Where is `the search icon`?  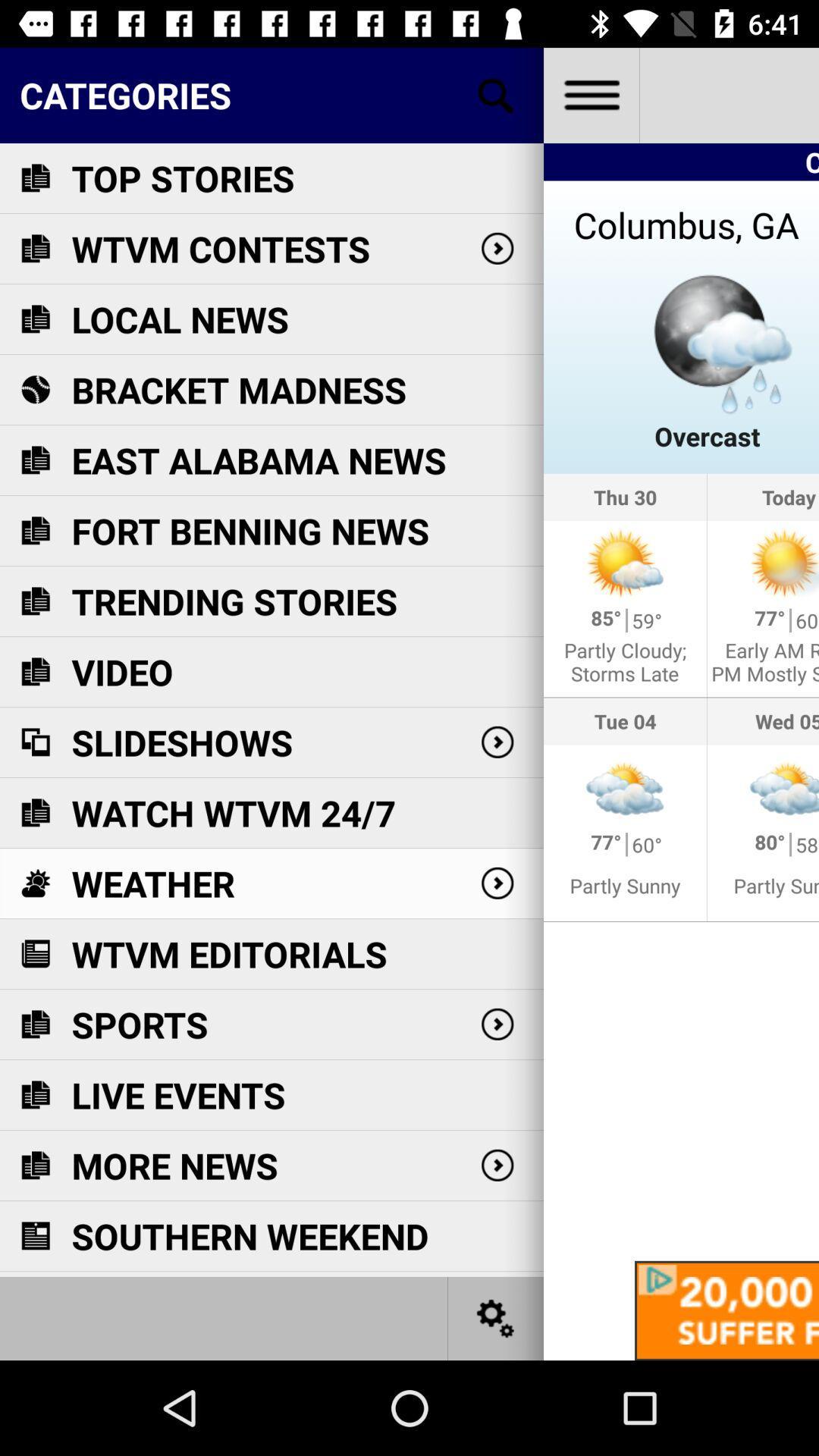
the search icon is located at coordinates (496, 94).